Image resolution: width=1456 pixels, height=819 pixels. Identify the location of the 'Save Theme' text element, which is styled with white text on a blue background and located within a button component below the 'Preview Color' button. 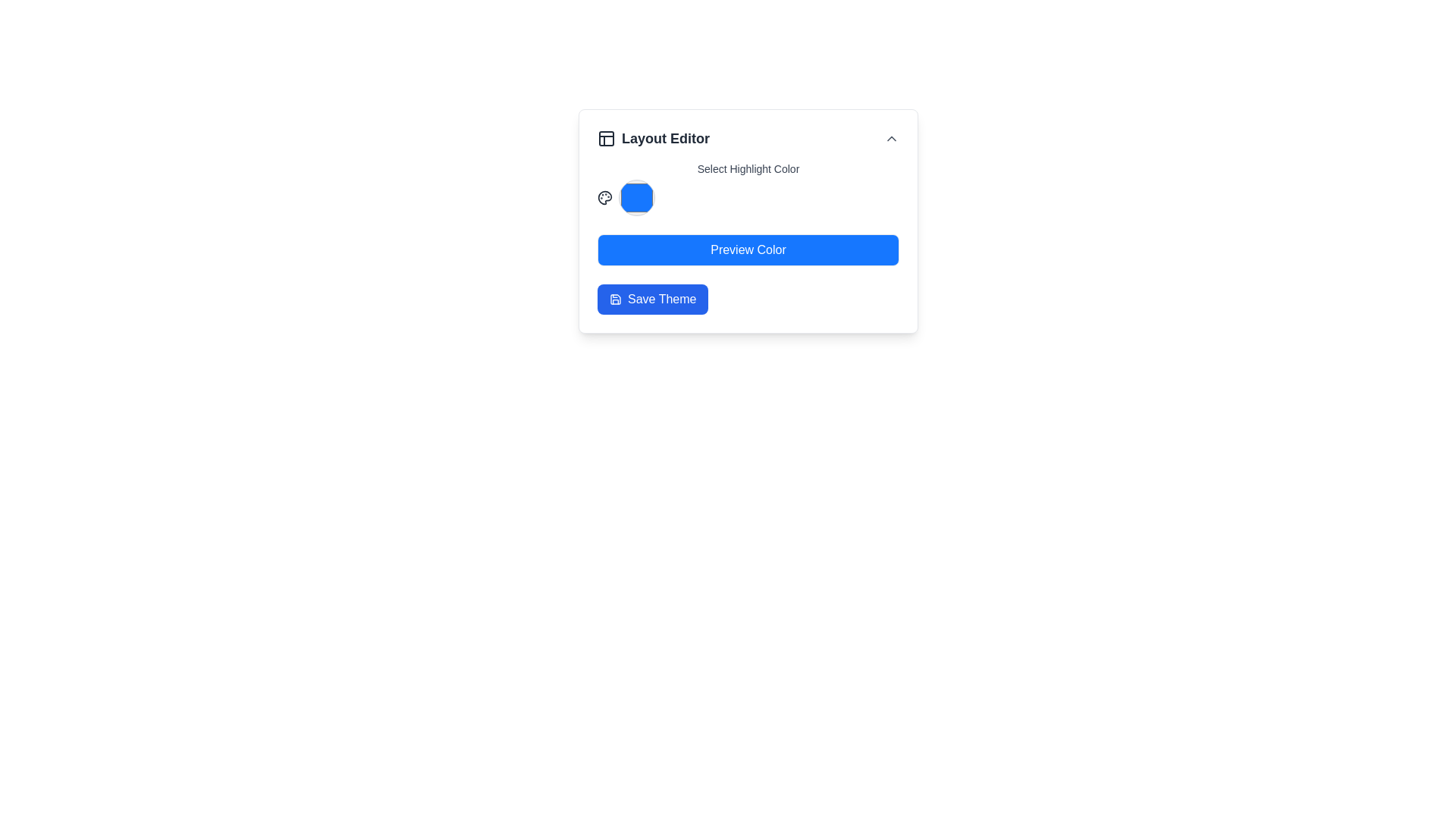
(662, 299).